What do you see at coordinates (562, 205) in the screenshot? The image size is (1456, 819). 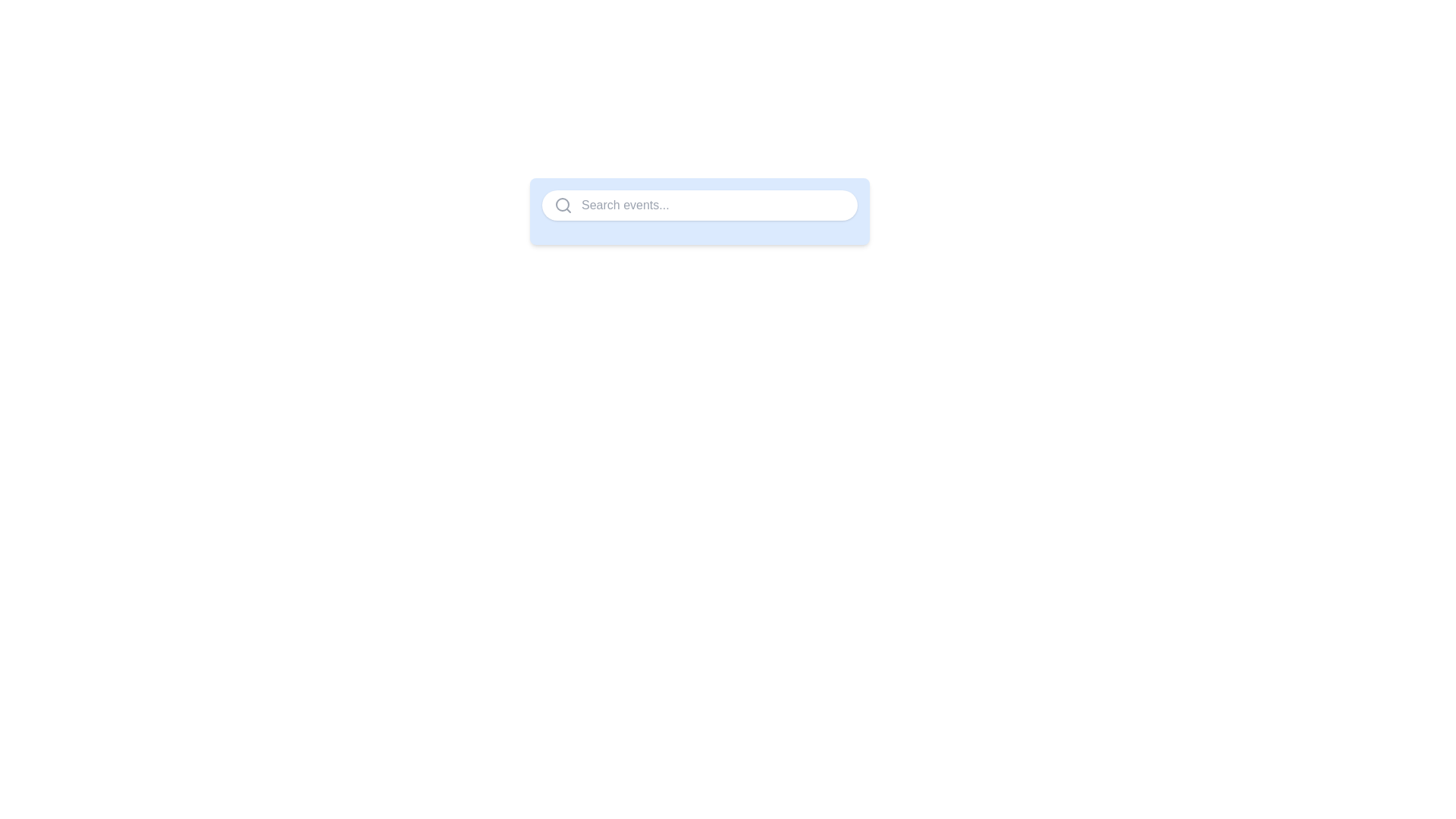 I see `the gray stroke circle icon that is part of the search icon, located at the leftmost side of the search bar with the placeholder text 'Search events...'` at bounding box center [562, 205].